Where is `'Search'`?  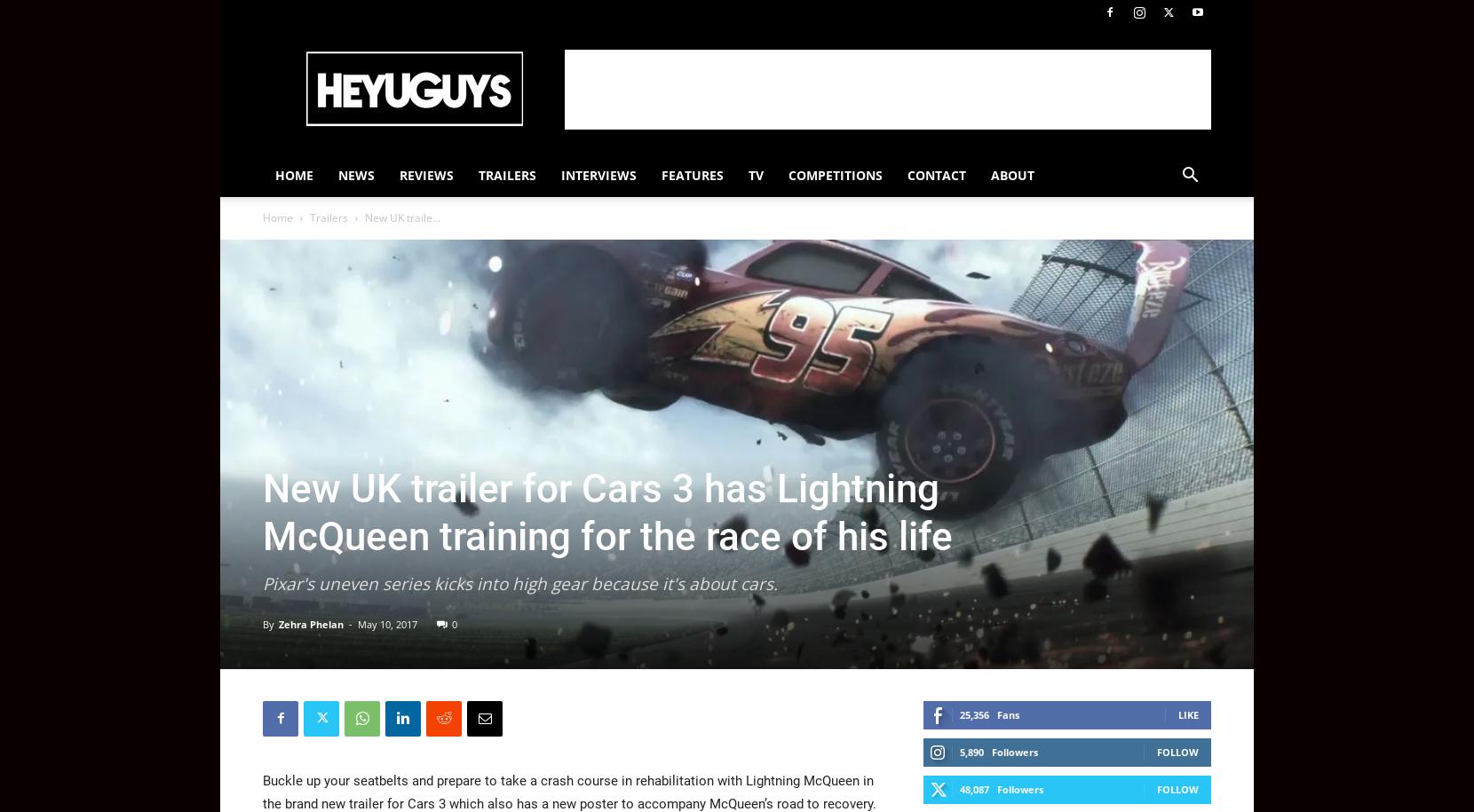
'Search' is located at coordinates (736, 89).